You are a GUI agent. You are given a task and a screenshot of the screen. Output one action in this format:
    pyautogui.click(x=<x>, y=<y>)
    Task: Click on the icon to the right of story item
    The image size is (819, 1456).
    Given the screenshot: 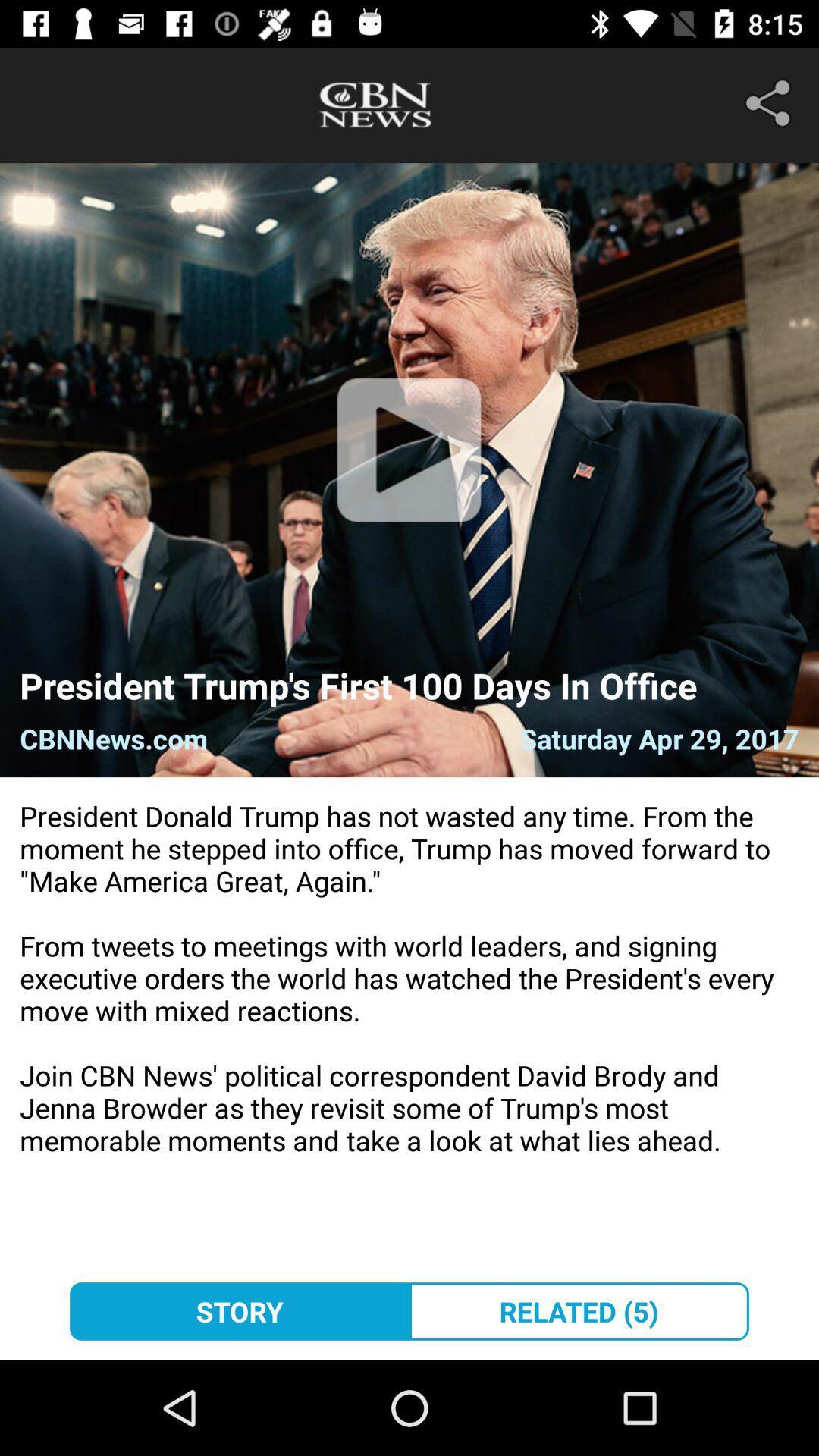 What is the action you would take?
    pyautogui.click(x=579, y=1310)
    